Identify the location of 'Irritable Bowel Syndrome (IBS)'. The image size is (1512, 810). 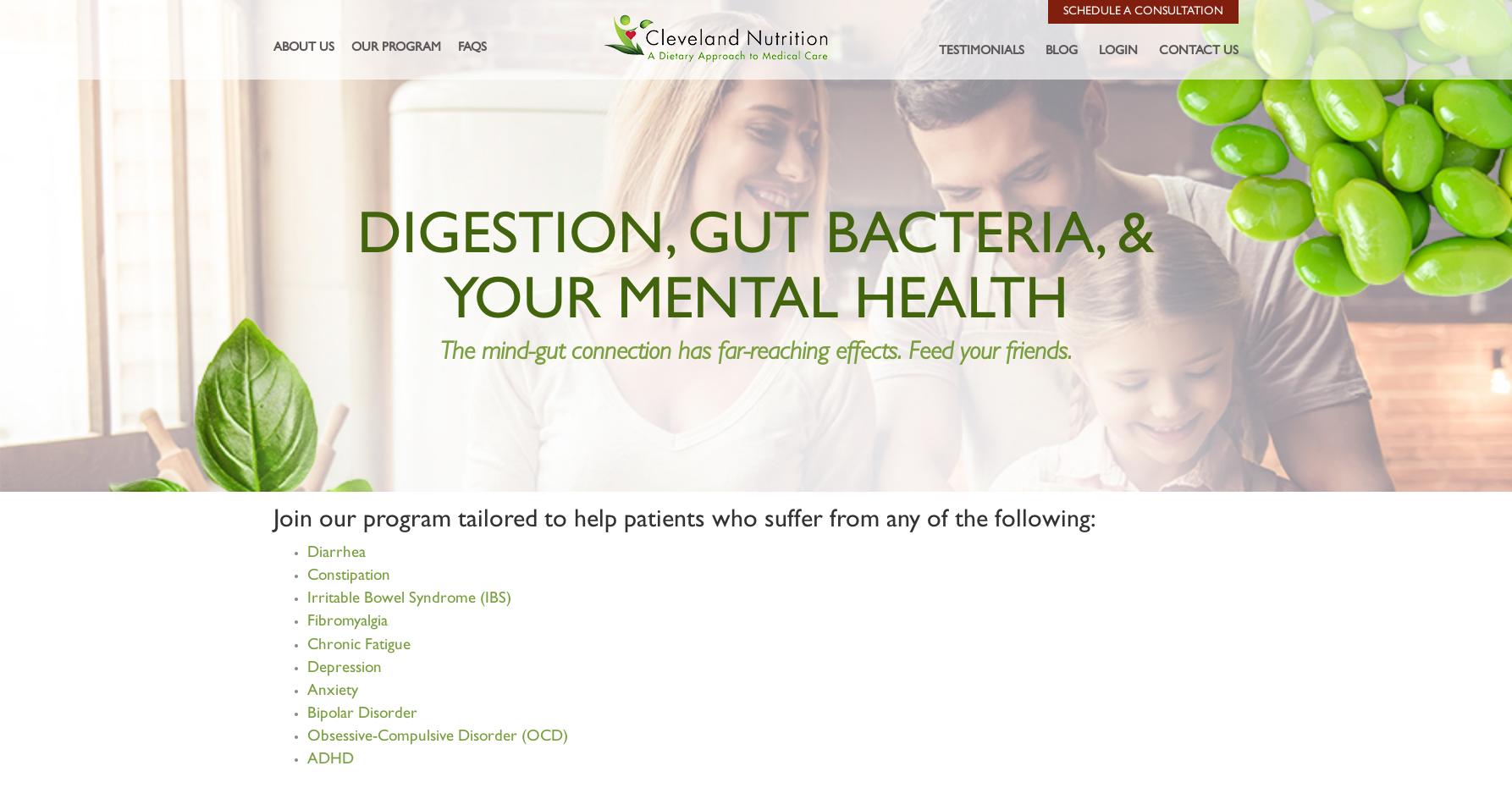
(408, 598).